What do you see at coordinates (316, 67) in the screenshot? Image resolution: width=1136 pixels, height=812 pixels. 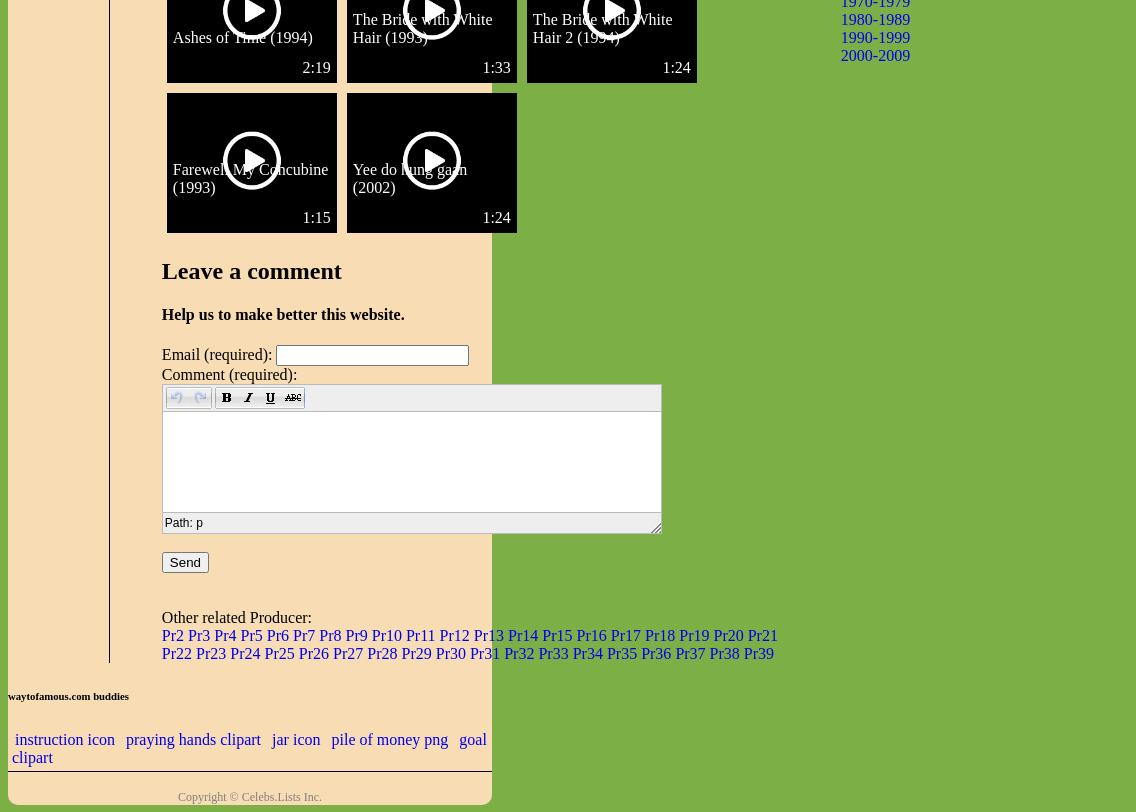 I see `'2:19'` at bounding box center [316, 67].